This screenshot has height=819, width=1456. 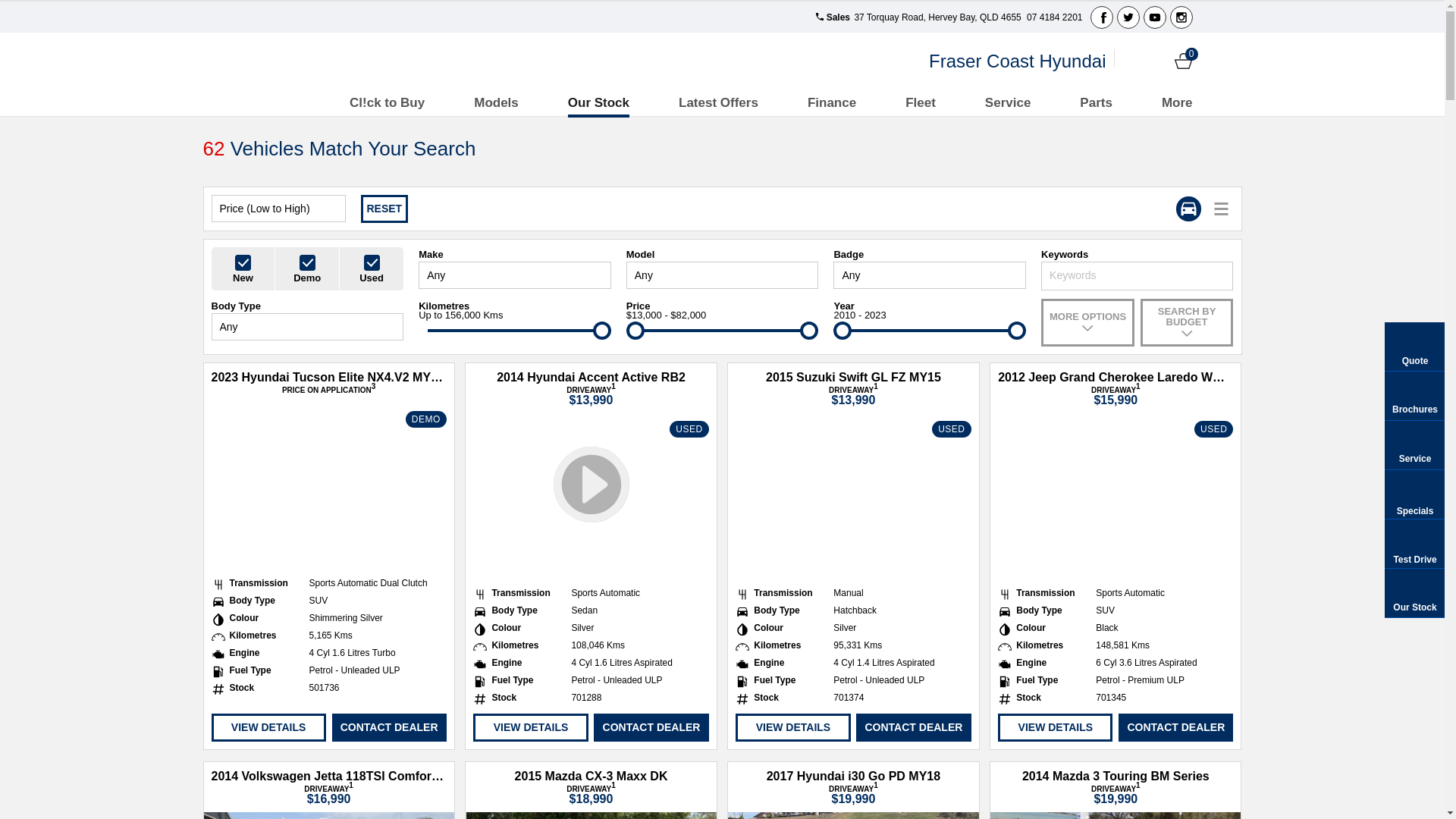 I want to click on '37 Torquay Road, Hervey Bay, QLD 4655', so click(x=935, y=17).